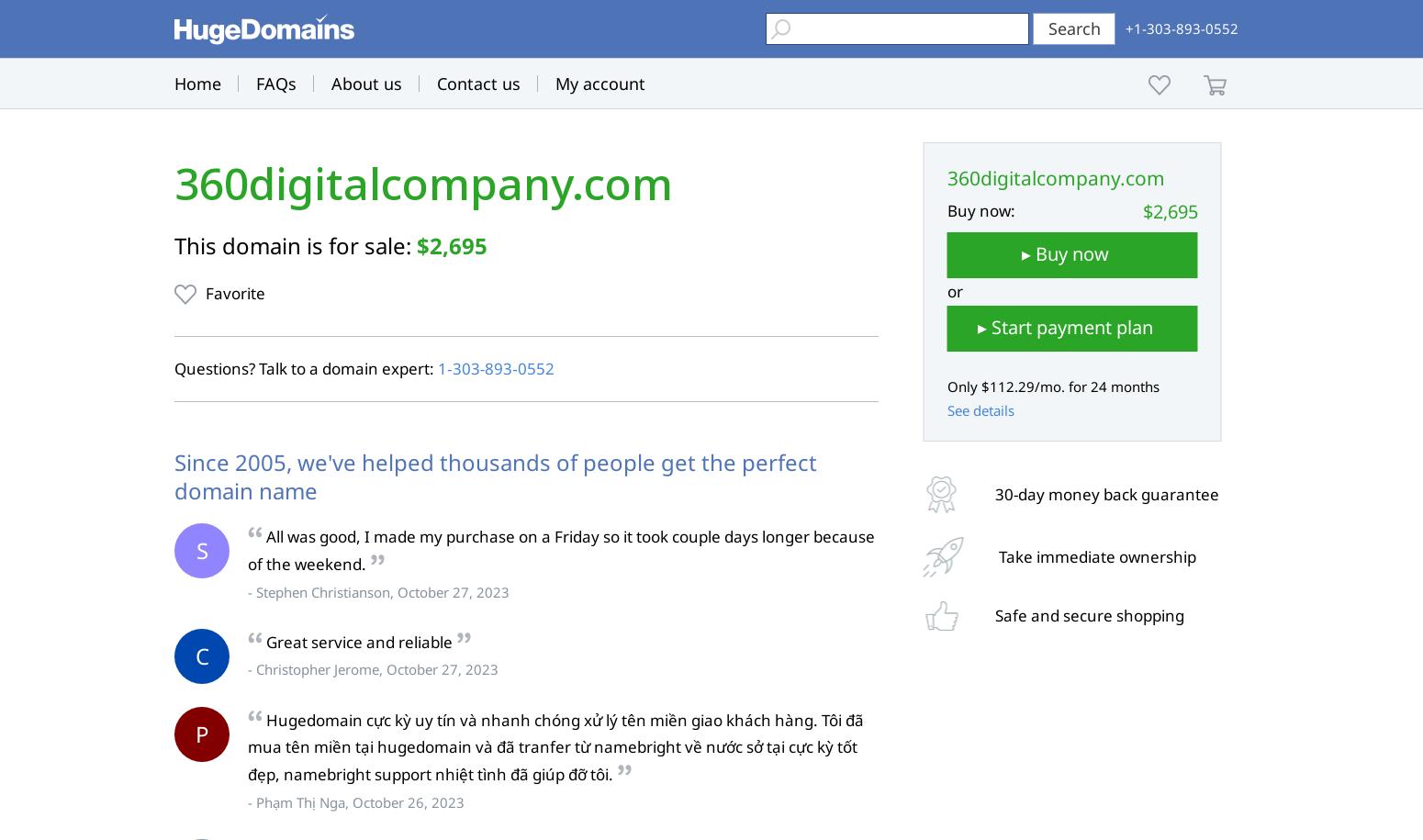  Describe the element at coordinates (200, 549) in the screenshot. I see `'S'` at that location.